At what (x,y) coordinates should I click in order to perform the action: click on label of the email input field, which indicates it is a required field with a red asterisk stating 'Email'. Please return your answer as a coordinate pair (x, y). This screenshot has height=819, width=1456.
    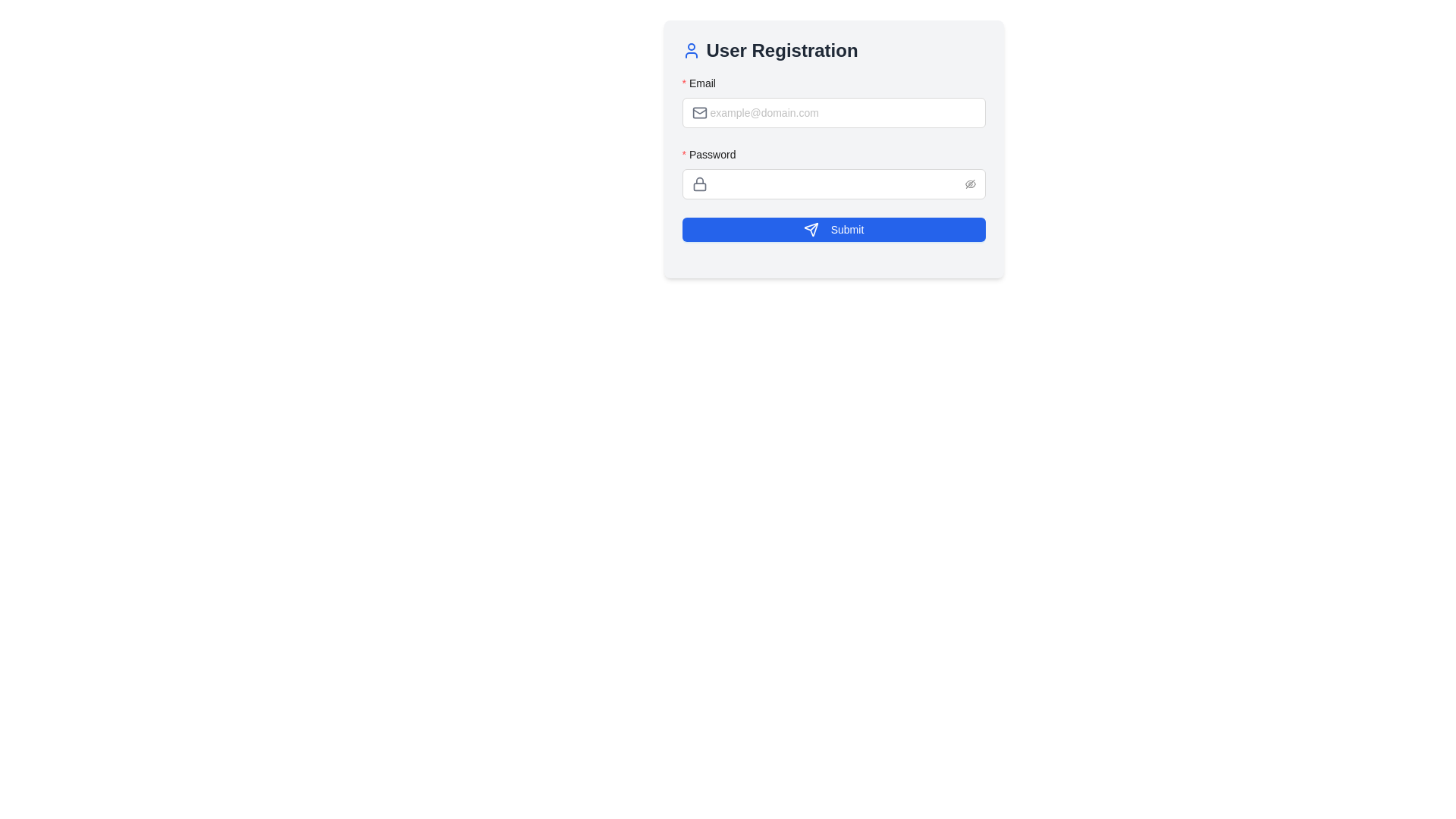
    Looking at the image, I should click on (833, 102).